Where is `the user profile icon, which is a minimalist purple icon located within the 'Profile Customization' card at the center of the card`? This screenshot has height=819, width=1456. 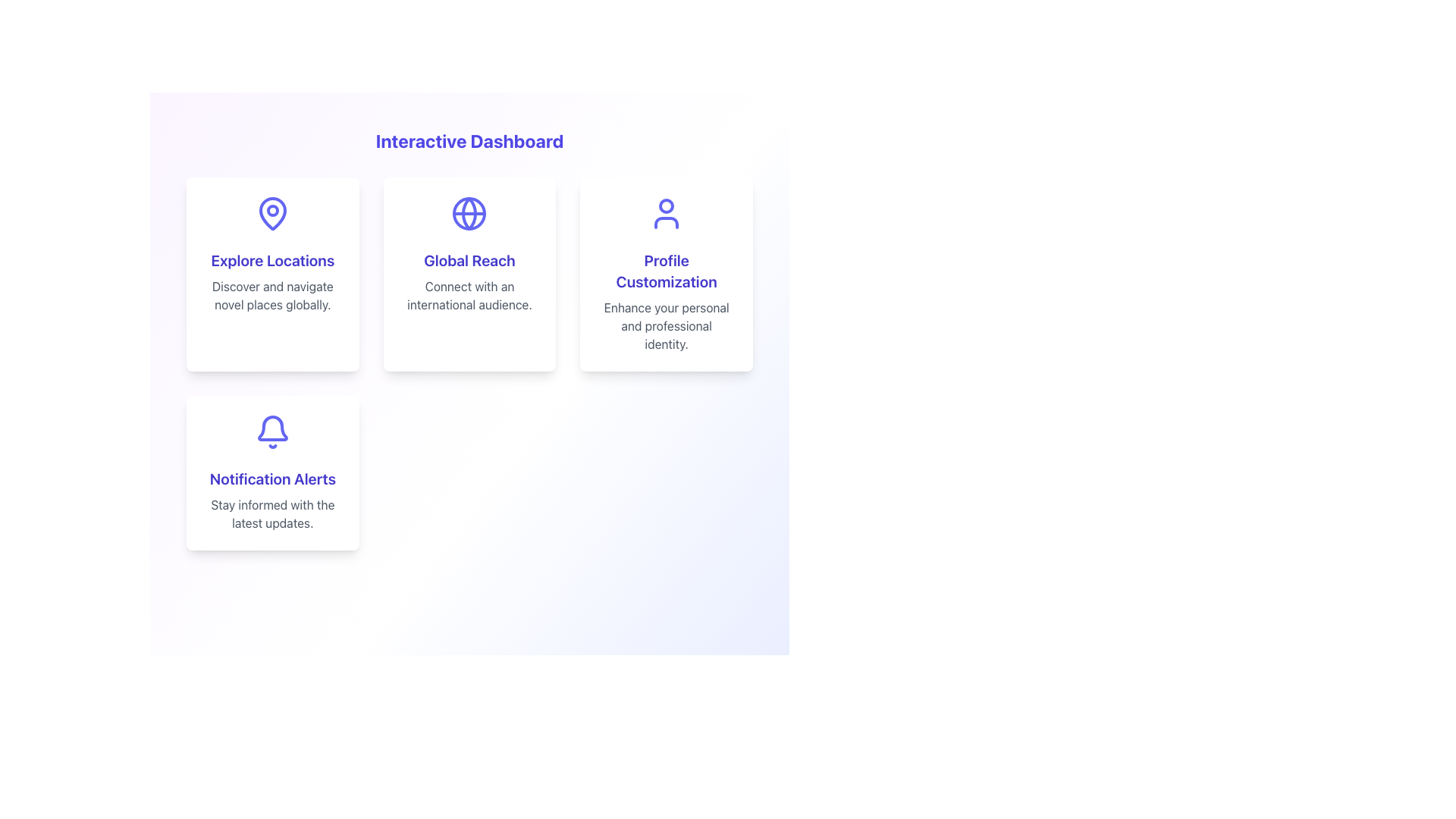
the user profile icon, which is a minimalist purple icon located within the 'Profile Customization' card at the center of the card is located at coordinates (667, 213).